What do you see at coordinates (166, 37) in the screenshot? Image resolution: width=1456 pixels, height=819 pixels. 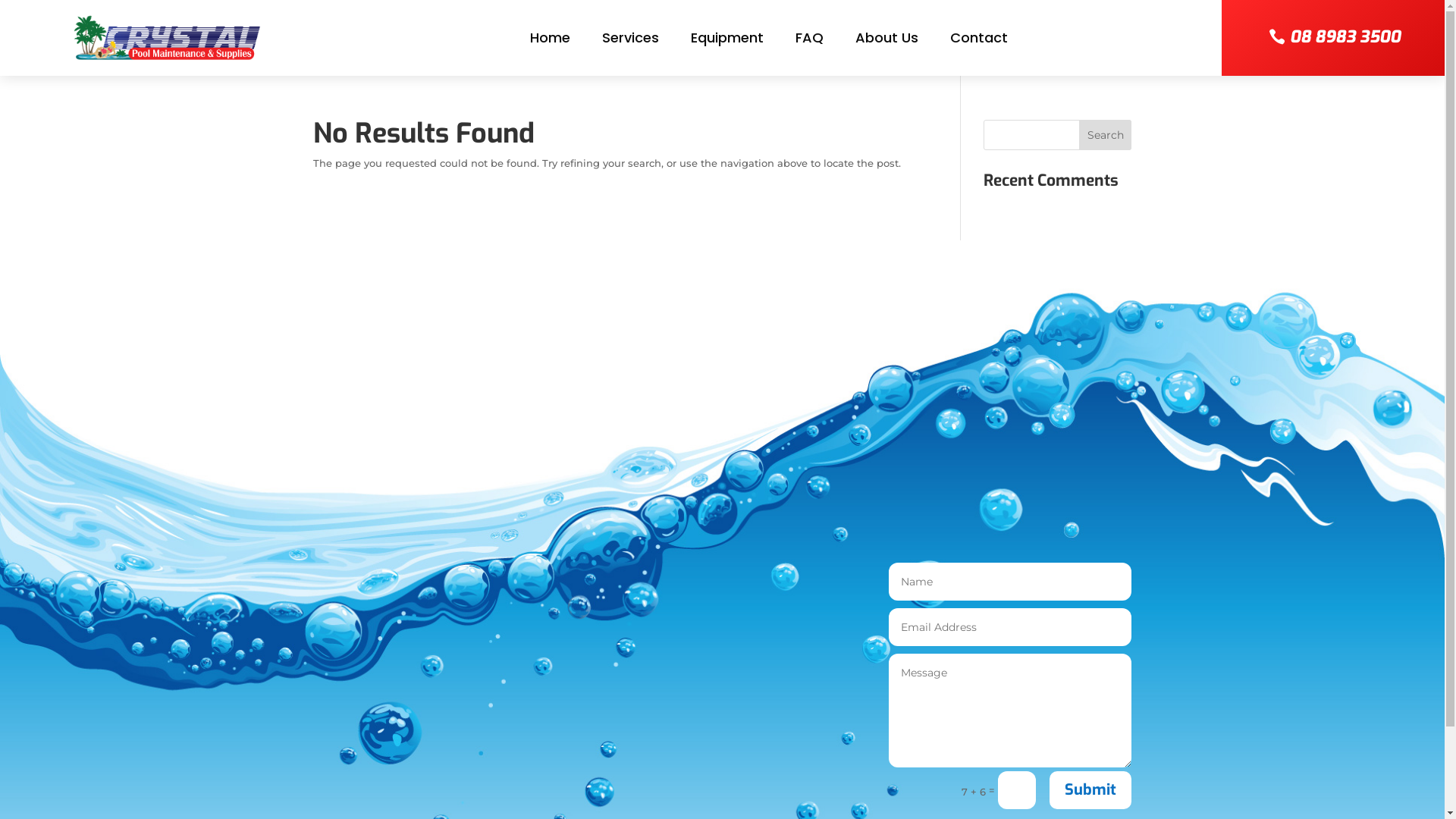 I see `'logo-800w'` at bounding box center [166, 37].